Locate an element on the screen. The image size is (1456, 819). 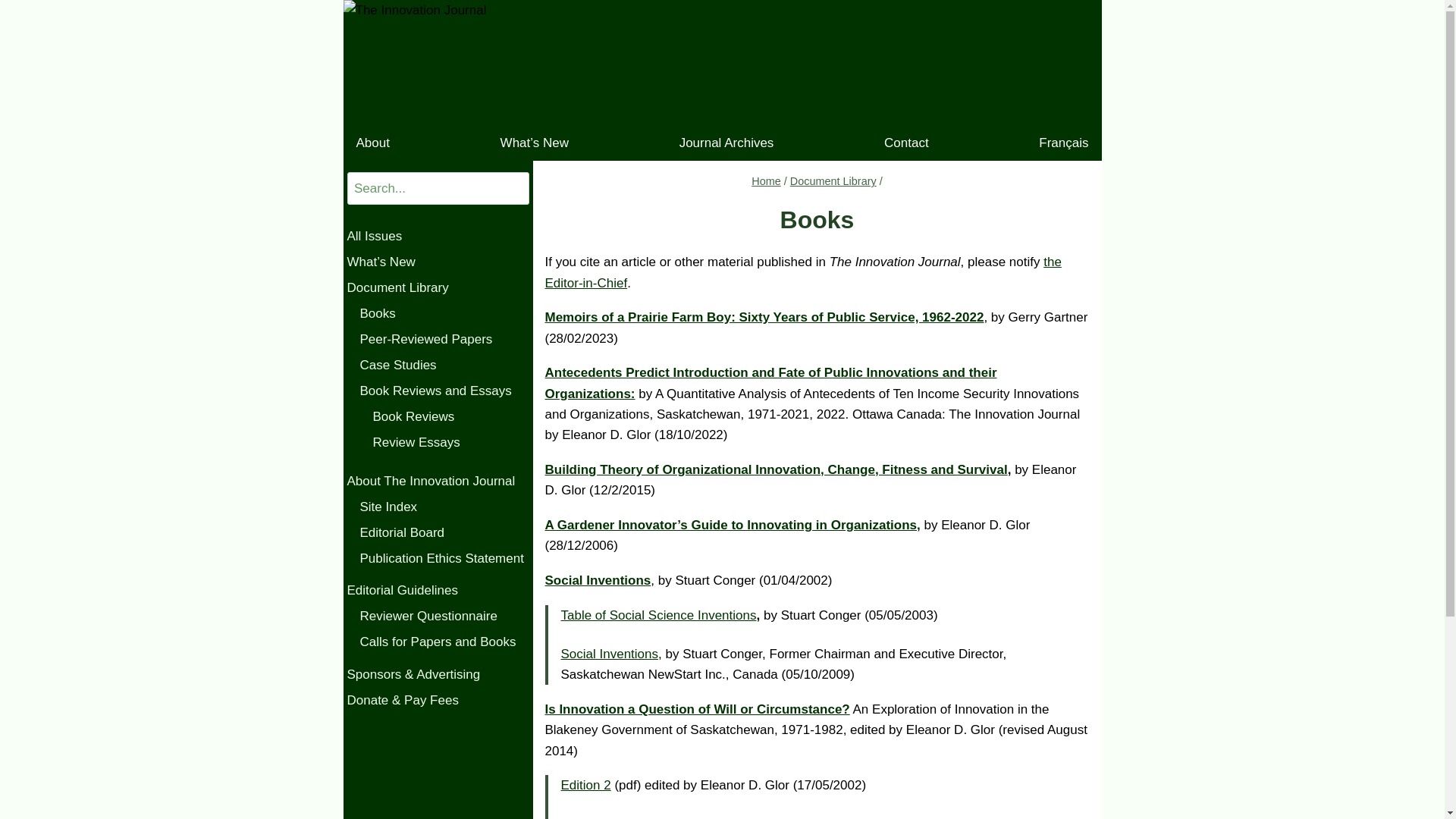
'Contact' is located at coordinates (906, 143).